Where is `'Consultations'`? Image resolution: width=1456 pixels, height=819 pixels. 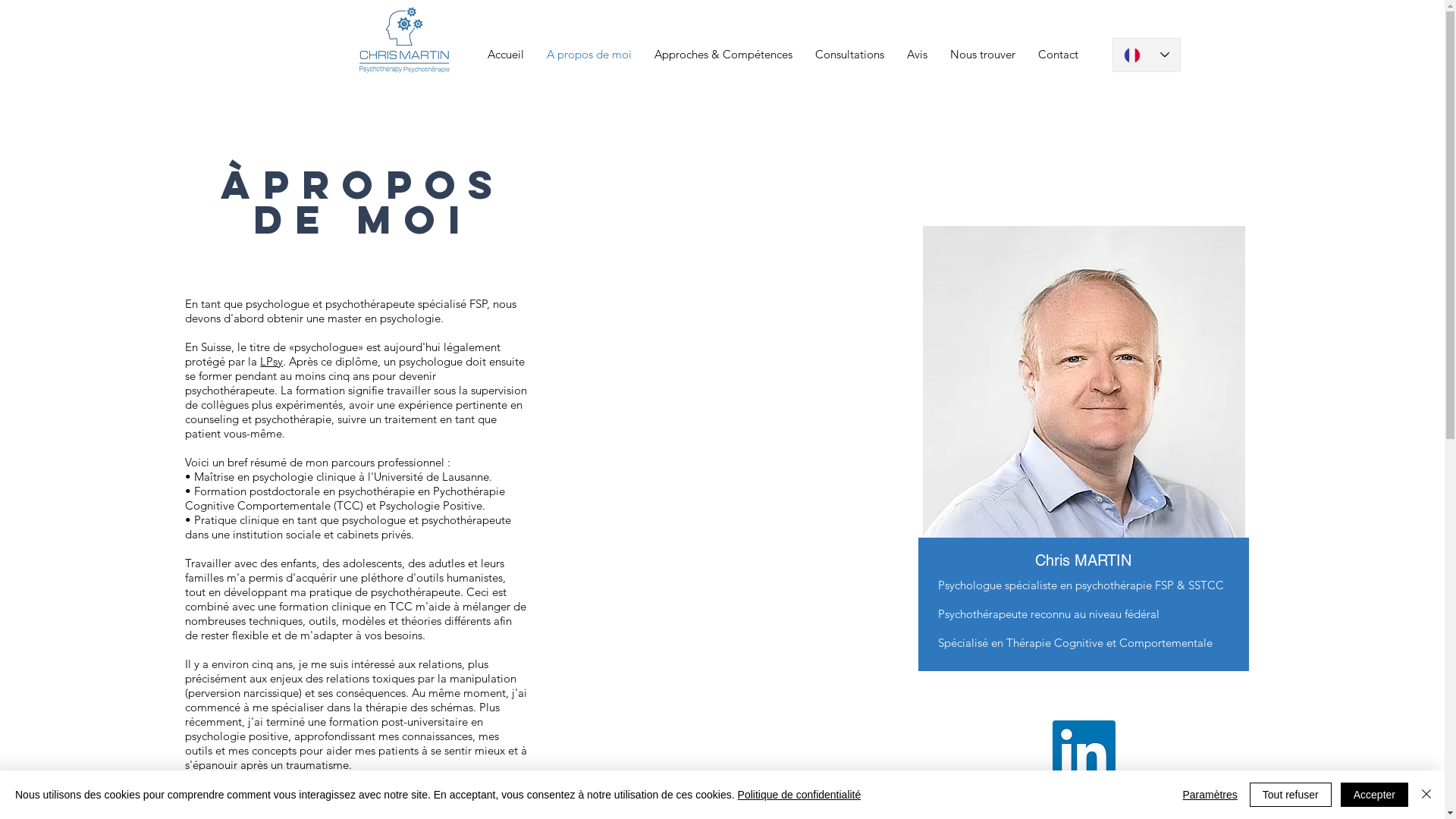
'Consultations' is located at coordinates (849, 54).